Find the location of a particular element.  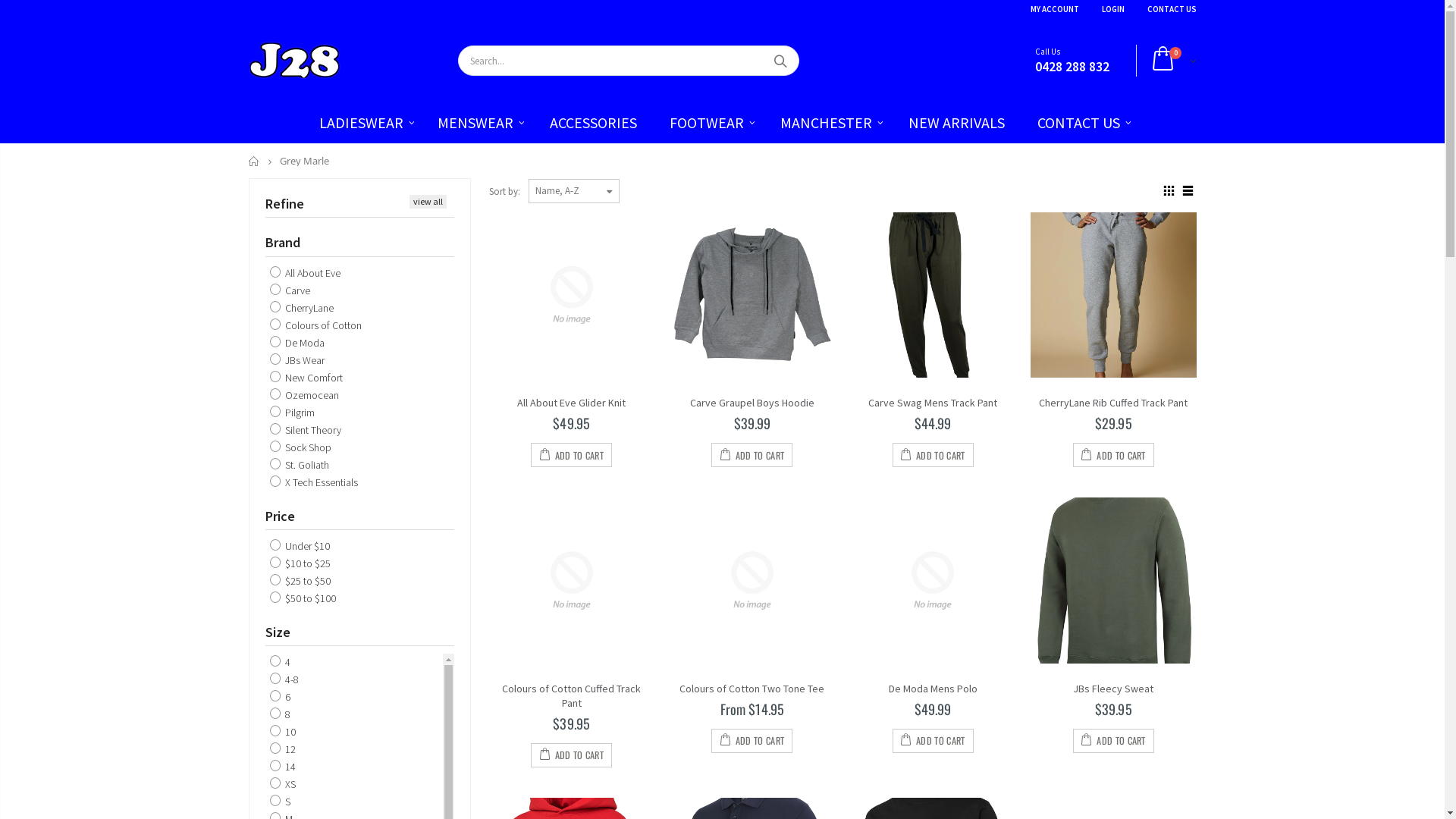

'New Comfort' is located at coordinates (305, 376).